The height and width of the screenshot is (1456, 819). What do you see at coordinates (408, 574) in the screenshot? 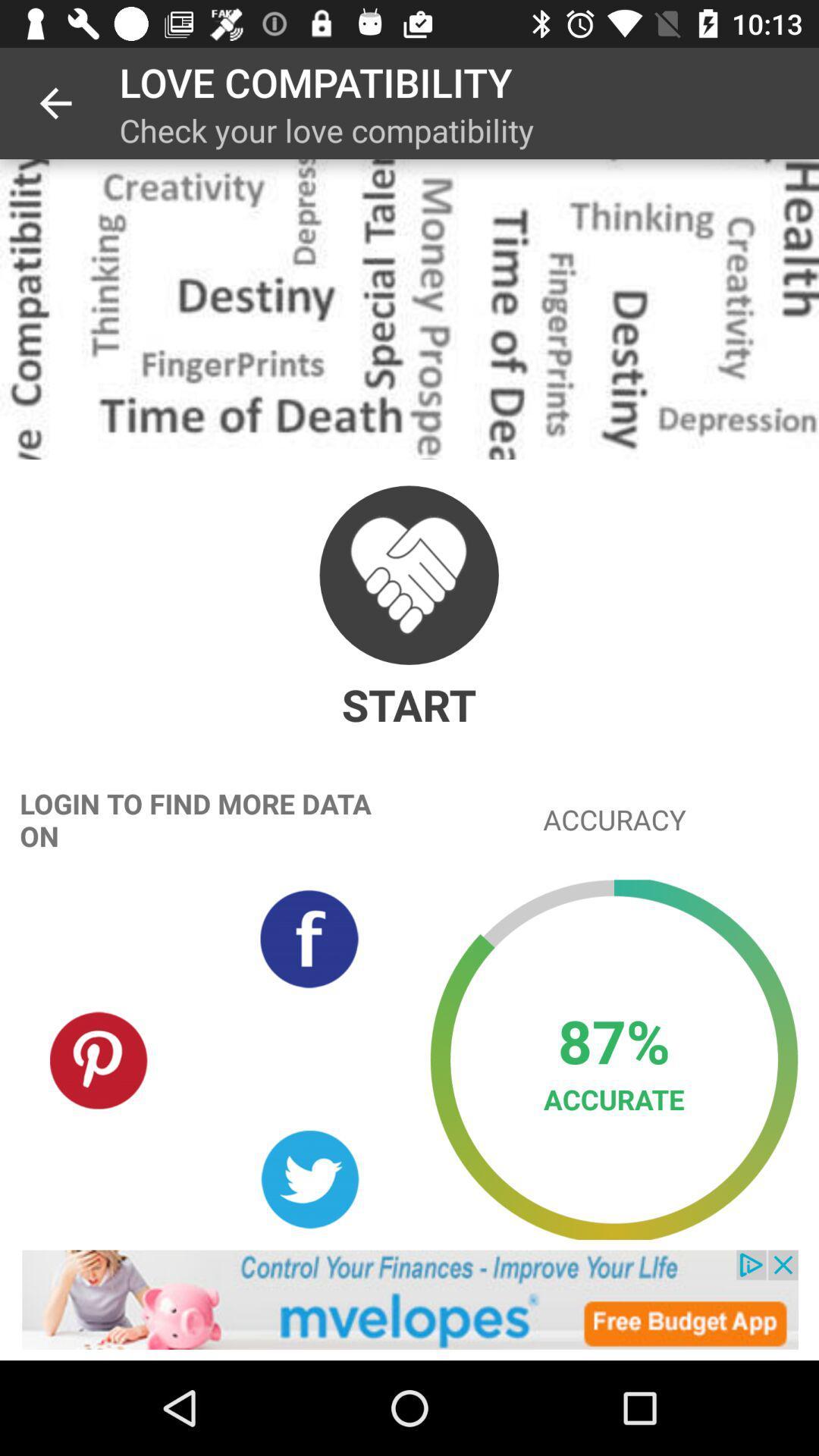
I see `start` at bounding box center [408, 574].